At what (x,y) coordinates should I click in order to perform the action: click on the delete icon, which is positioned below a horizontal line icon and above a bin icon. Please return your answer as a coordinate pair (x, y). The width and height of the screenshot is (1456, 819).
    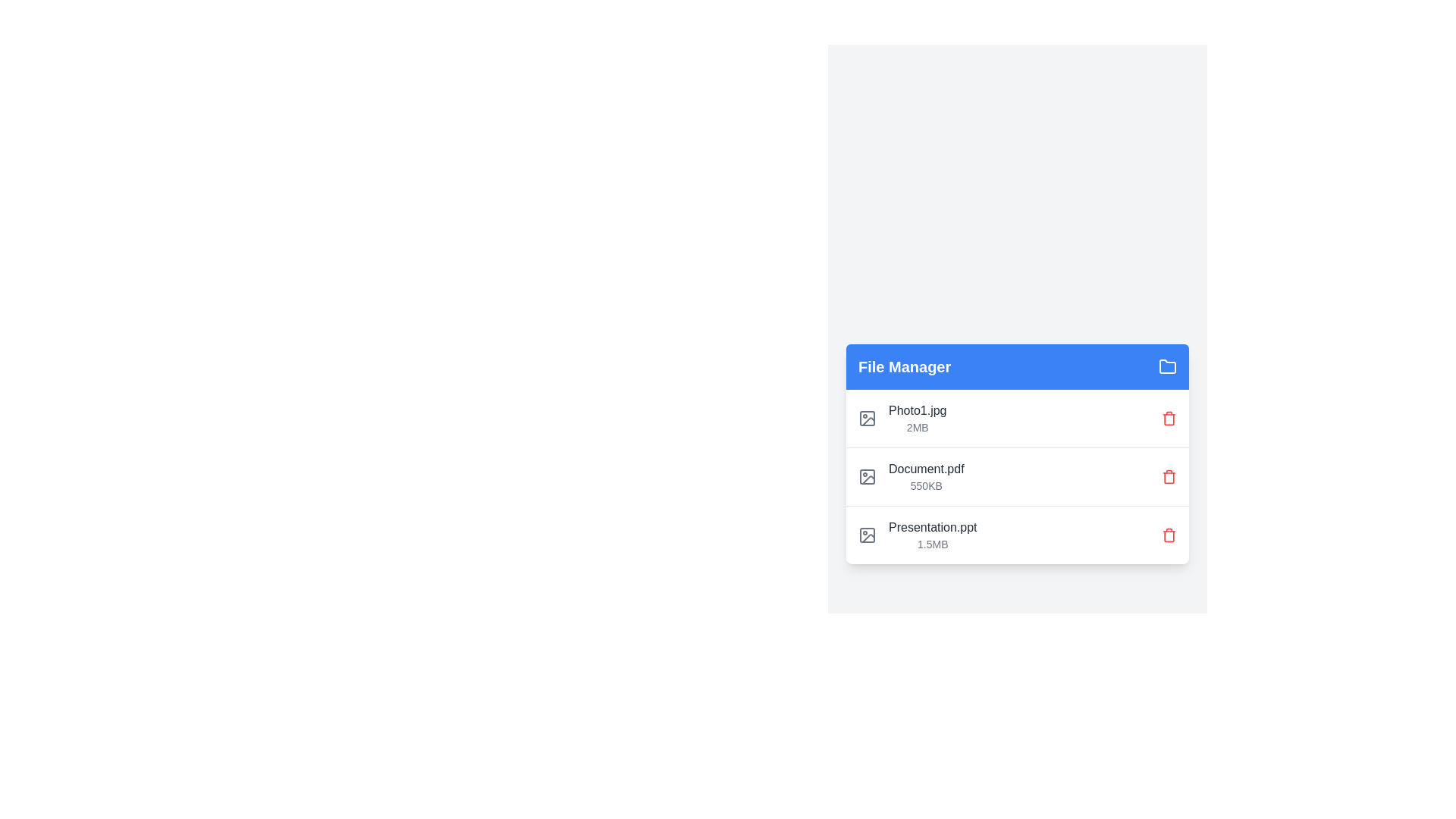
    Looking at the image, I should click on (1168, 535).